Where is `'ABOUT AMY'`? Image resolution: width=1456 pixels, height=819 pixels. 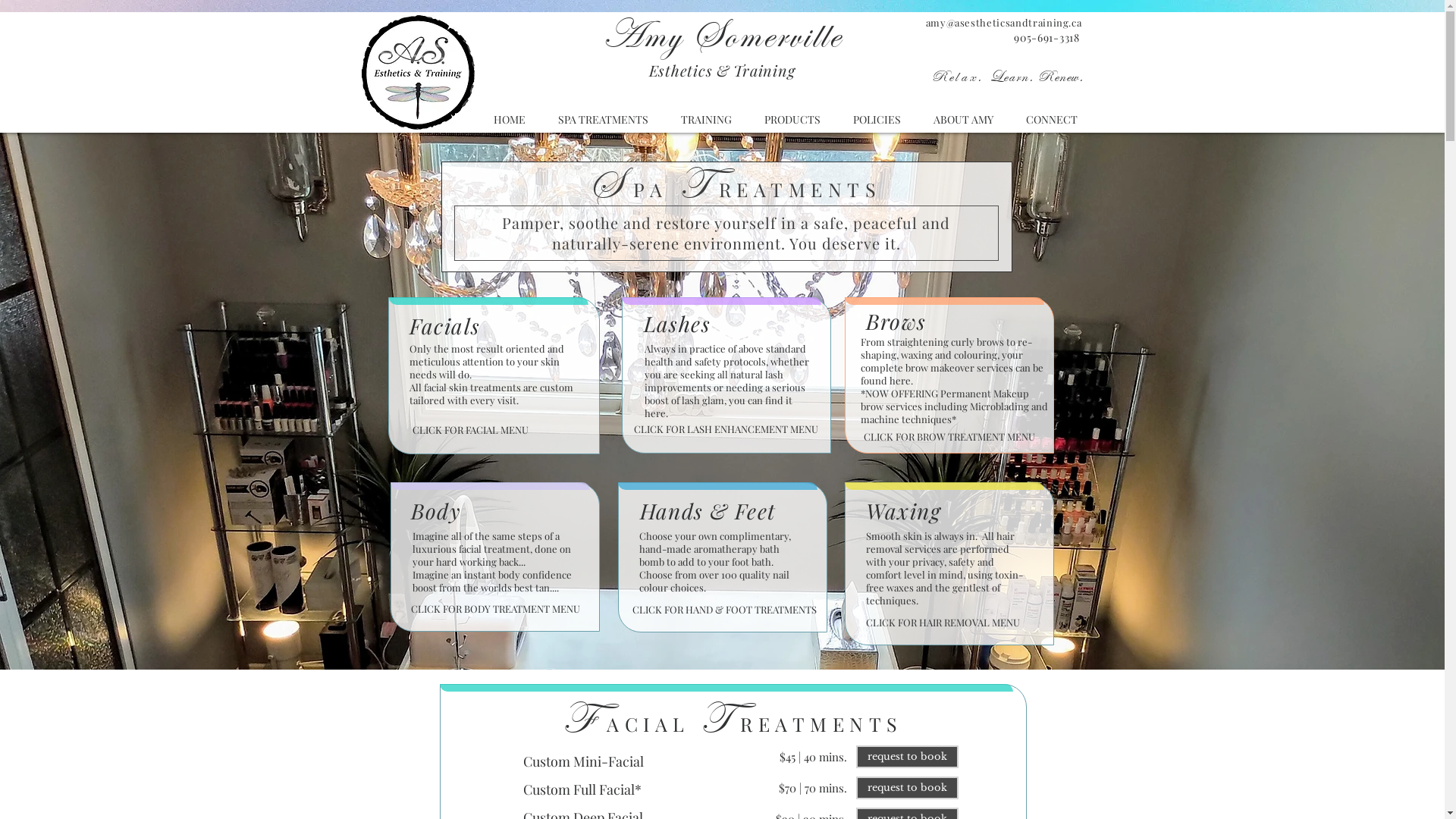
'ABOUT AMY' is located at coordinates (963, 118).